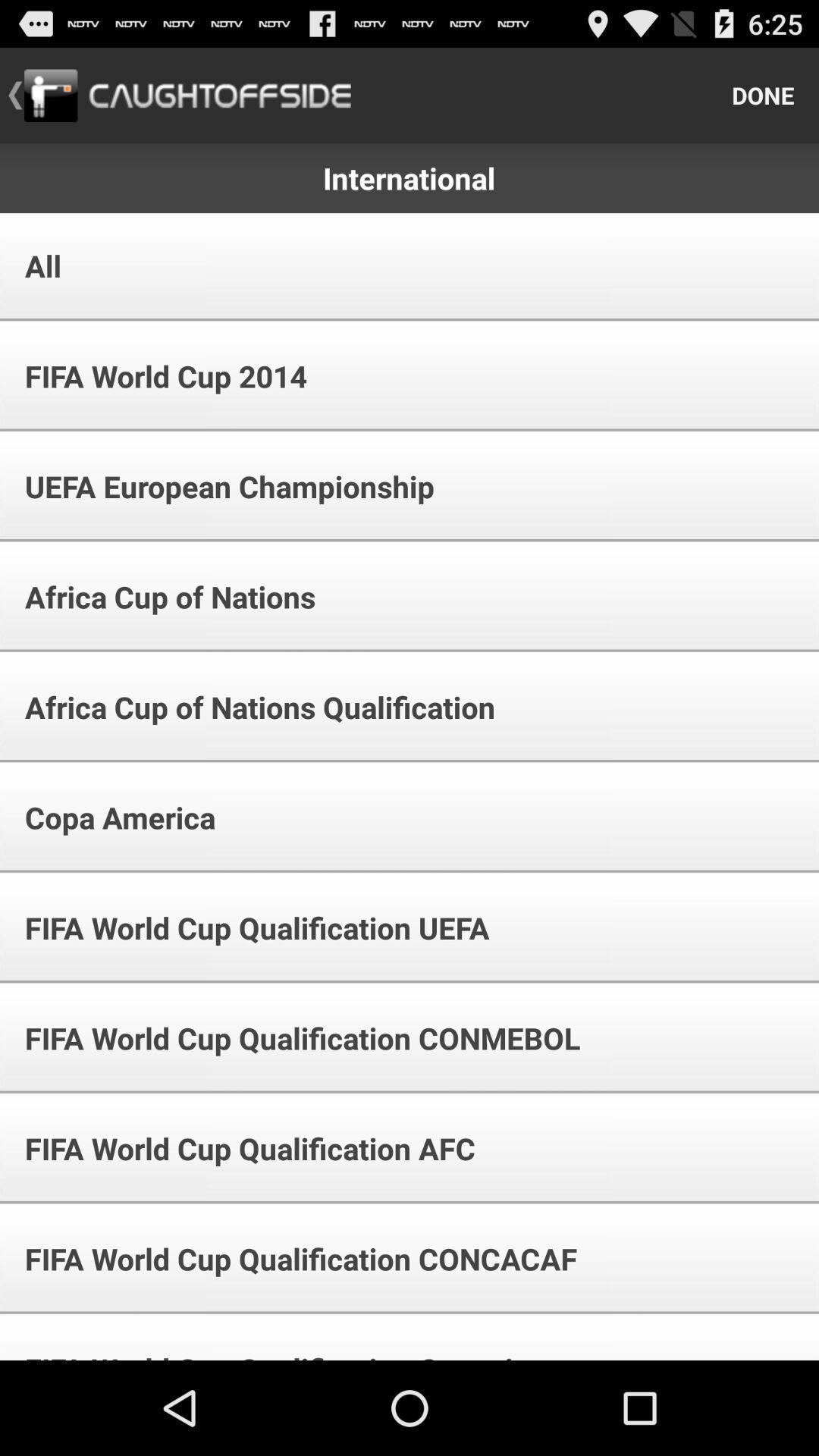 This screenshot has width=819, height=1456. What do you see at coordinates (219, 486) in the screenshot?
I see `app below the fifa world cup item` at bounding box center [219, 486].